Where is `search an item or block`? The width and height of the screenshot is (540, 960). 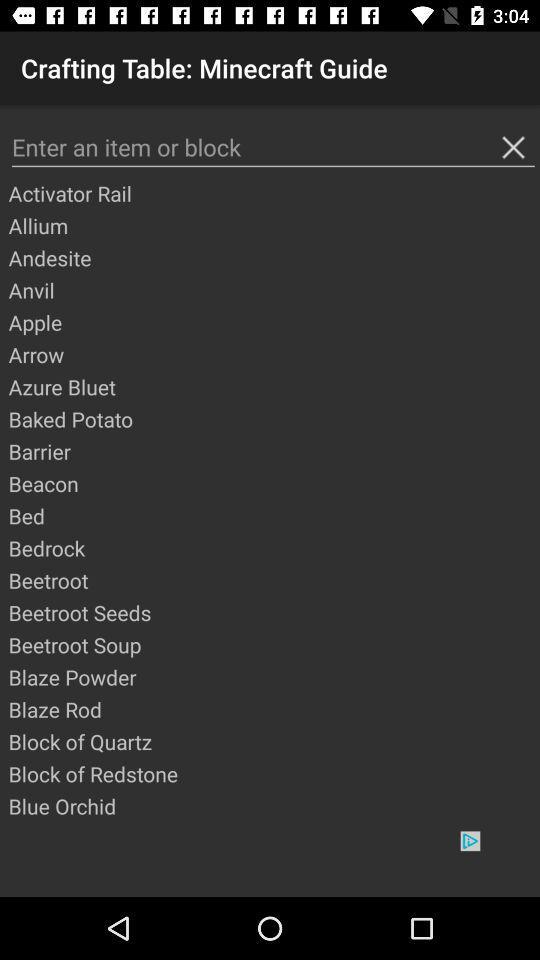
search an item or block is located at coordinates (272, 146).